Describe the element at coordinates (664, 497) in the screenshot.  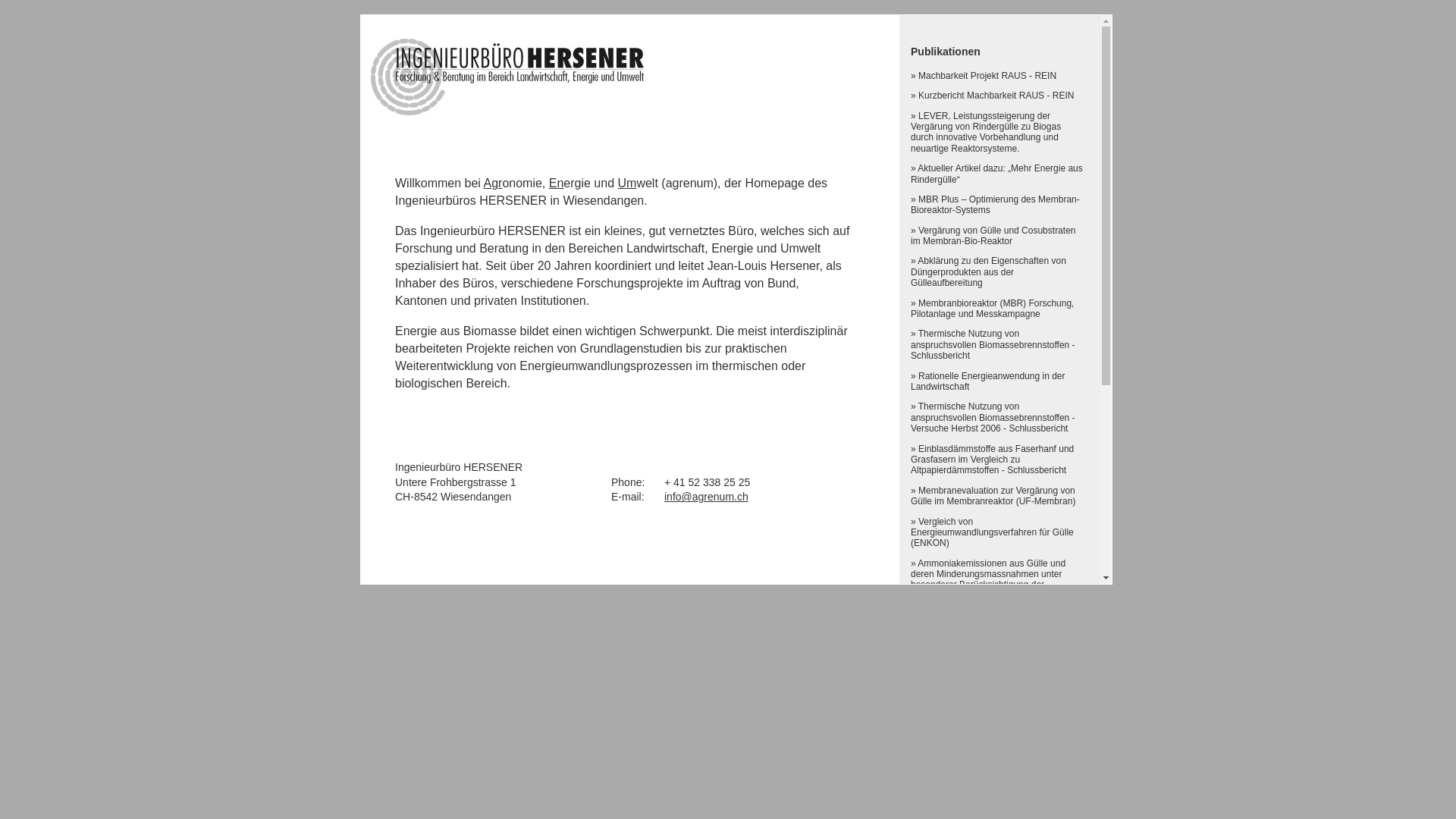
I see `'info@agrenum.ch'` at that location.